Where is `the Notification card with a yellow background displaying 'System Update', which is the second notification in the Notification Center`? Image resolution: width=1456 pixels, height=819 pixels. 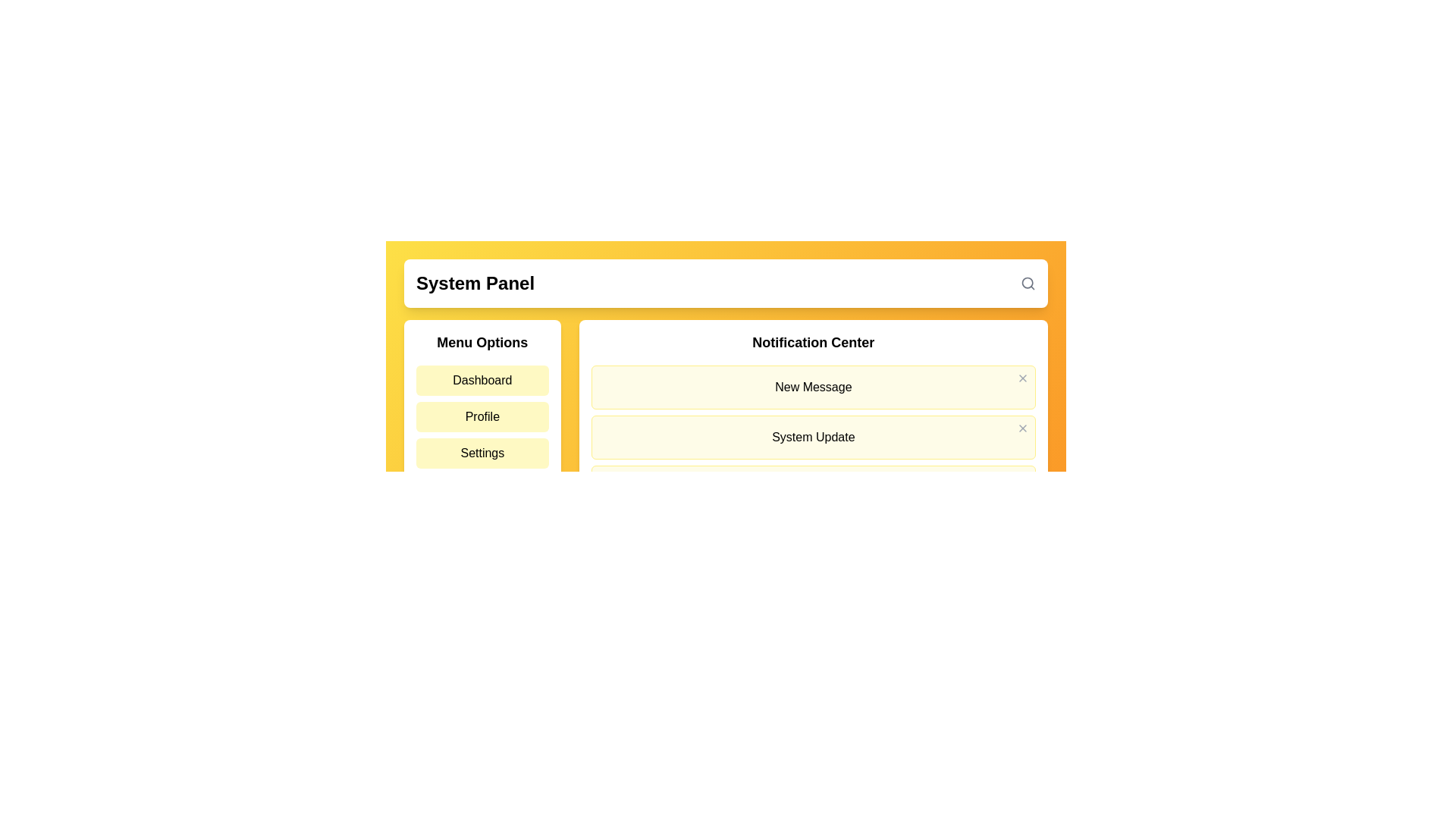
the Notification card with a yellow background displaying 'System Update', which is the second notification in the Notification Center is located at coordinates (812, 438).